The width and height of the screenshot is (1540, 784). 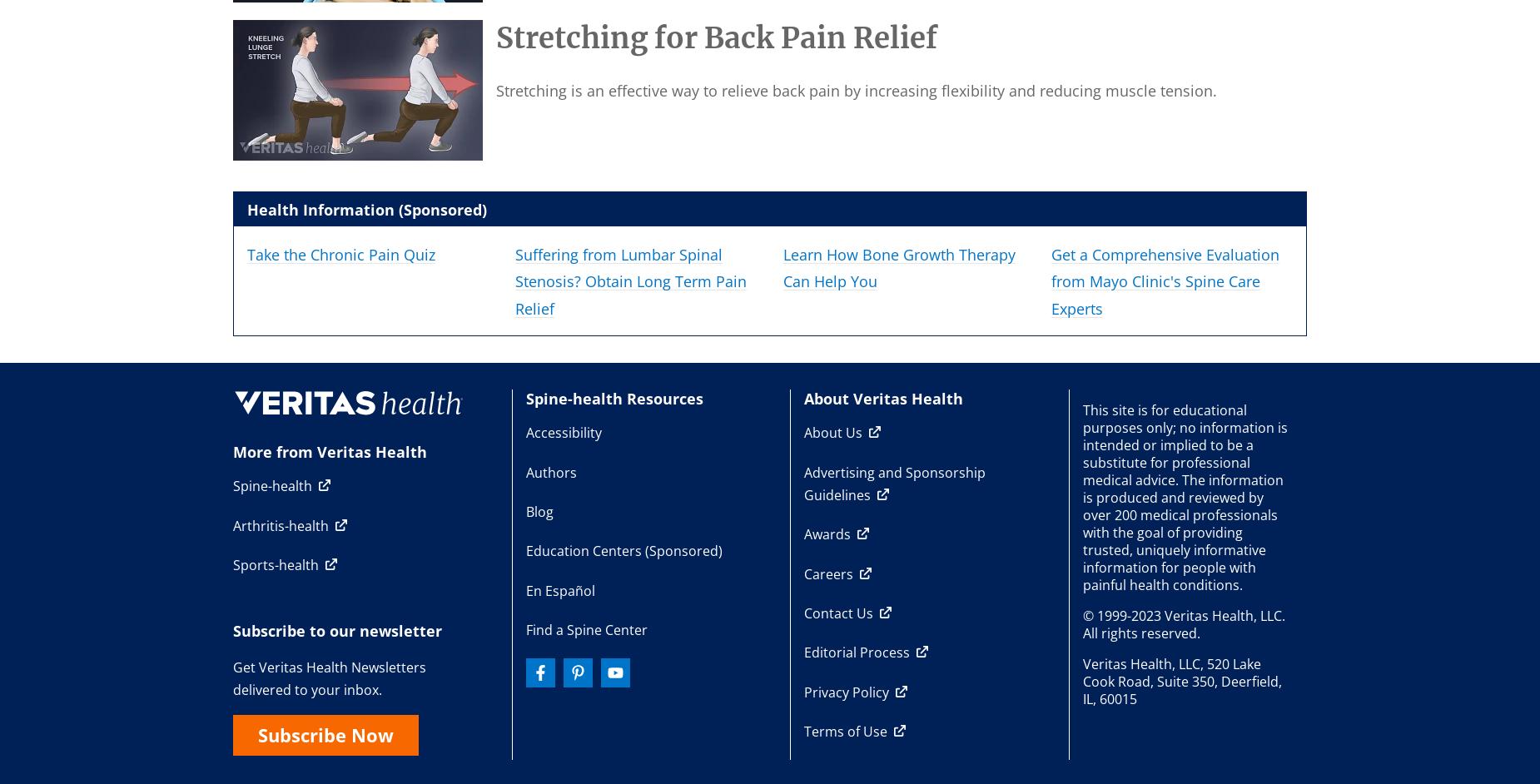 I want to click on 'Find a Spine Center', so click(x=585, y=629).